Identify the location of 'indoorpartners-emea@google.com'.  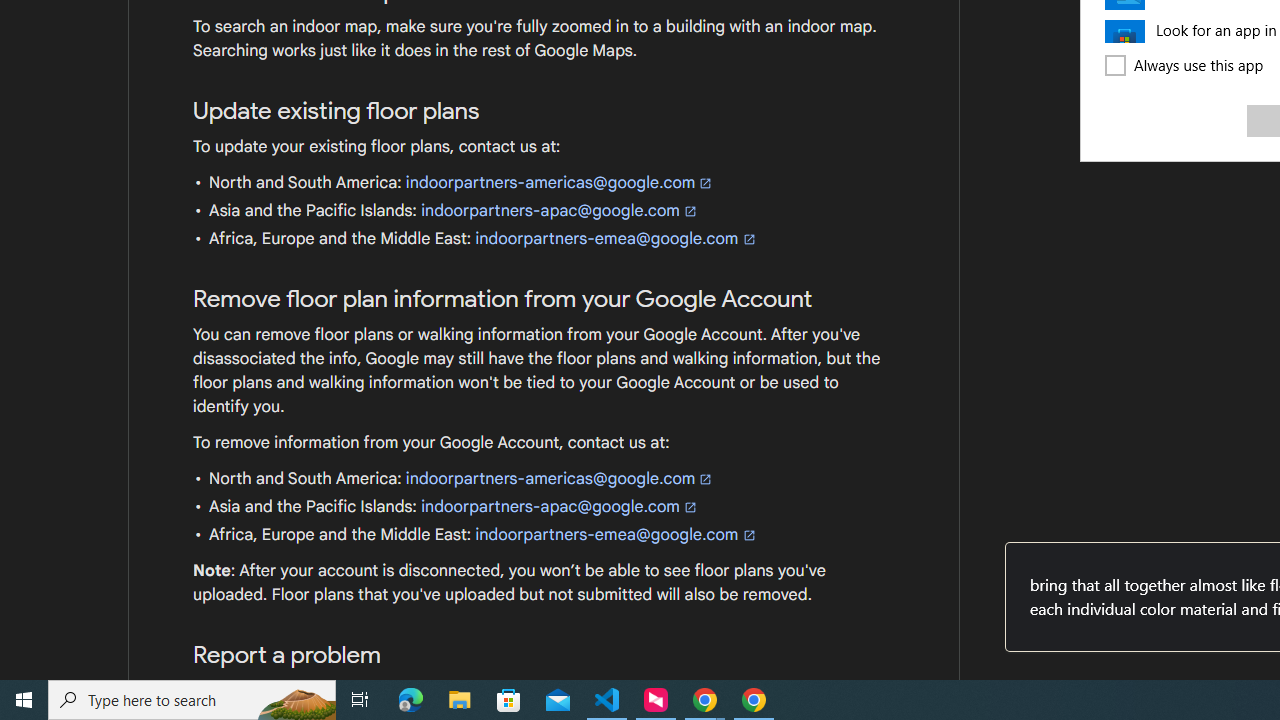
(615, 533).